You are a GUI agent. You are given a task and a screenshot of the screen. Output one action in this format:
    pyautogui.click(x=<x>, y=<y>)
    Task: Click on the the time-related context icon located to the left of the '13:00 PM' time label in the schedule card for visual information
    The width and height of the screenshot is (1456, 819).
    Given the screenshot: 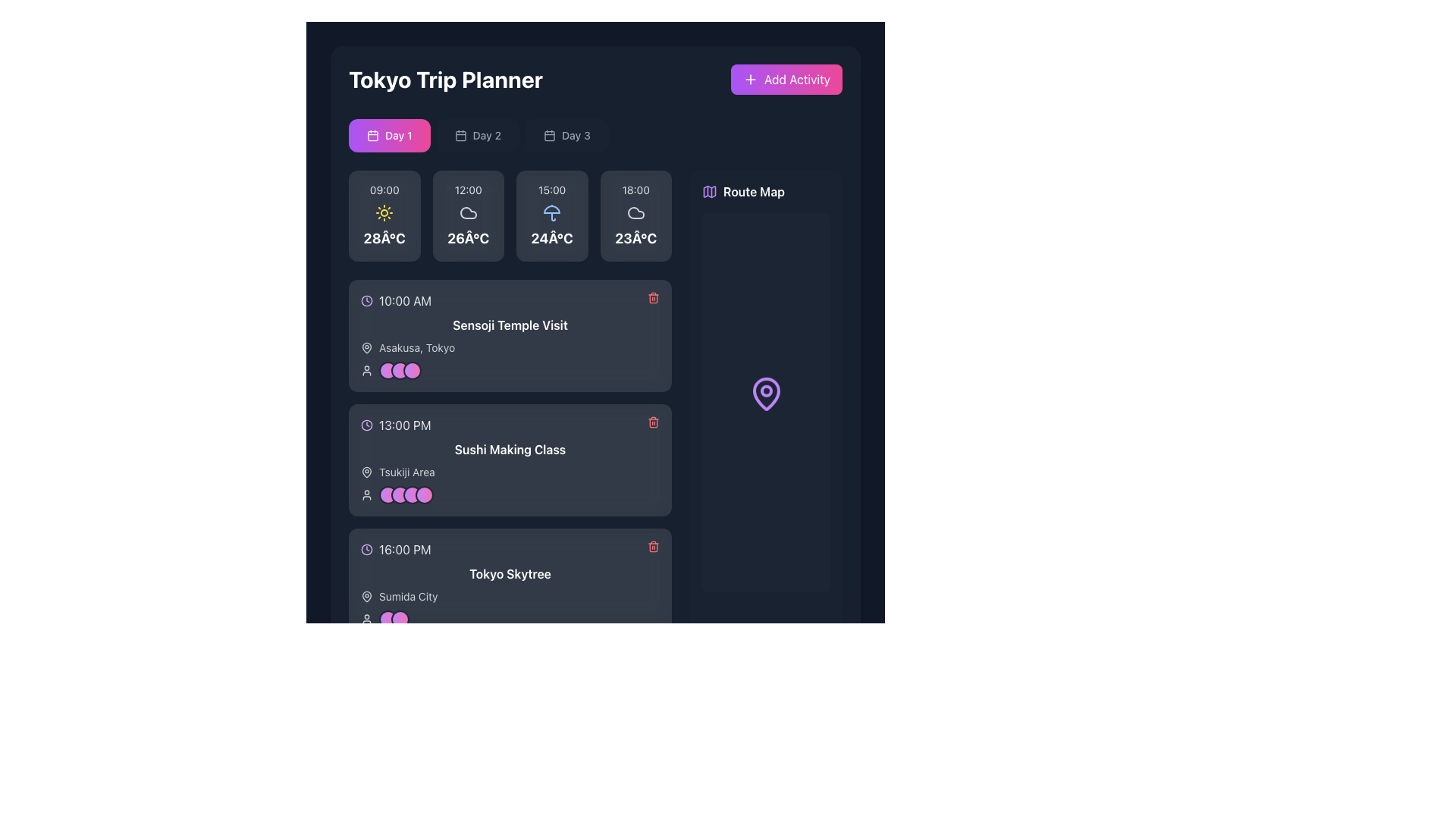 What is the action you would take?
    pyautogui.click(x=367, y=425)
    